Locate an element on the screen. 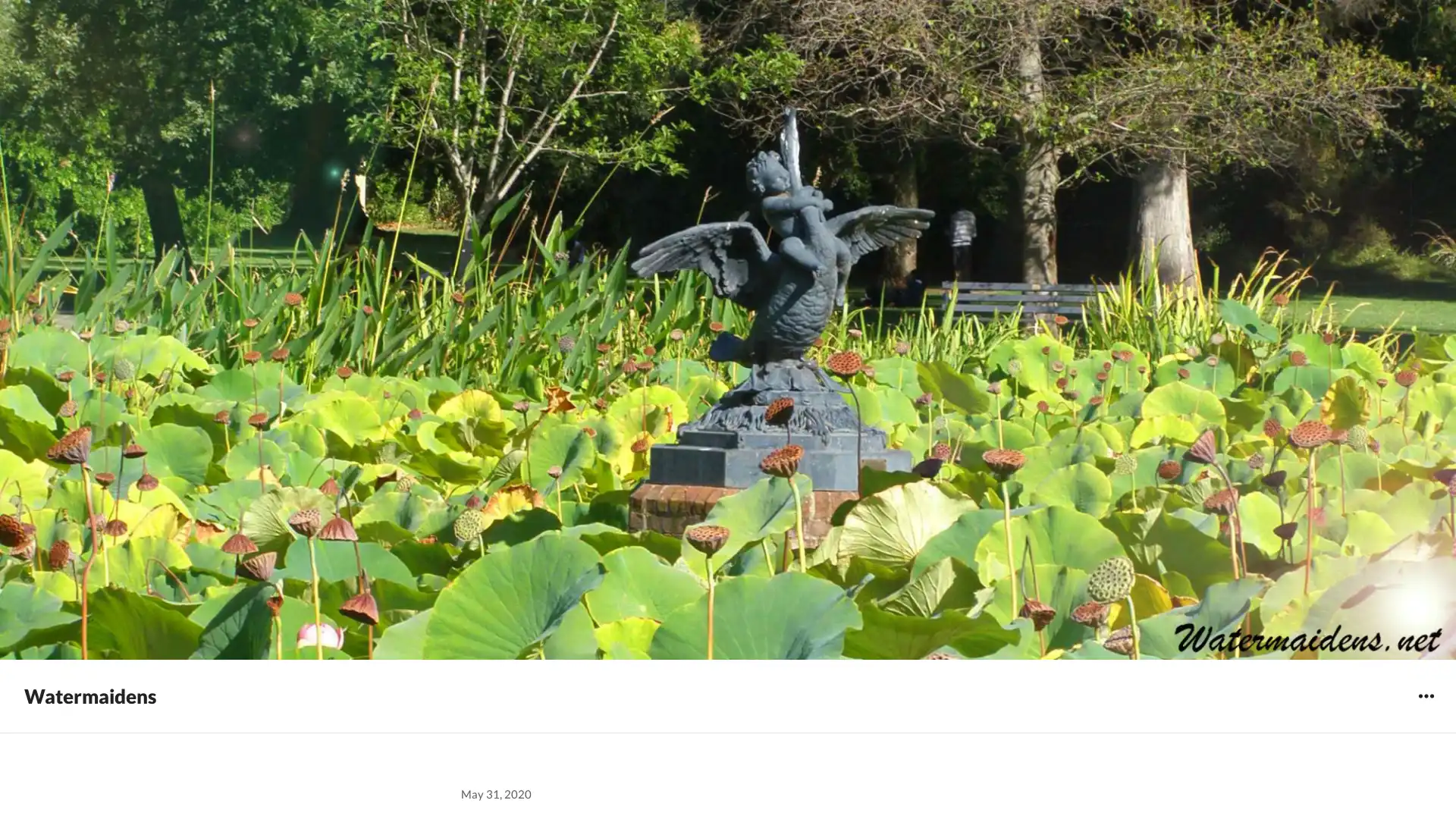  WIDGETS is located at coordinates (1425, 695).